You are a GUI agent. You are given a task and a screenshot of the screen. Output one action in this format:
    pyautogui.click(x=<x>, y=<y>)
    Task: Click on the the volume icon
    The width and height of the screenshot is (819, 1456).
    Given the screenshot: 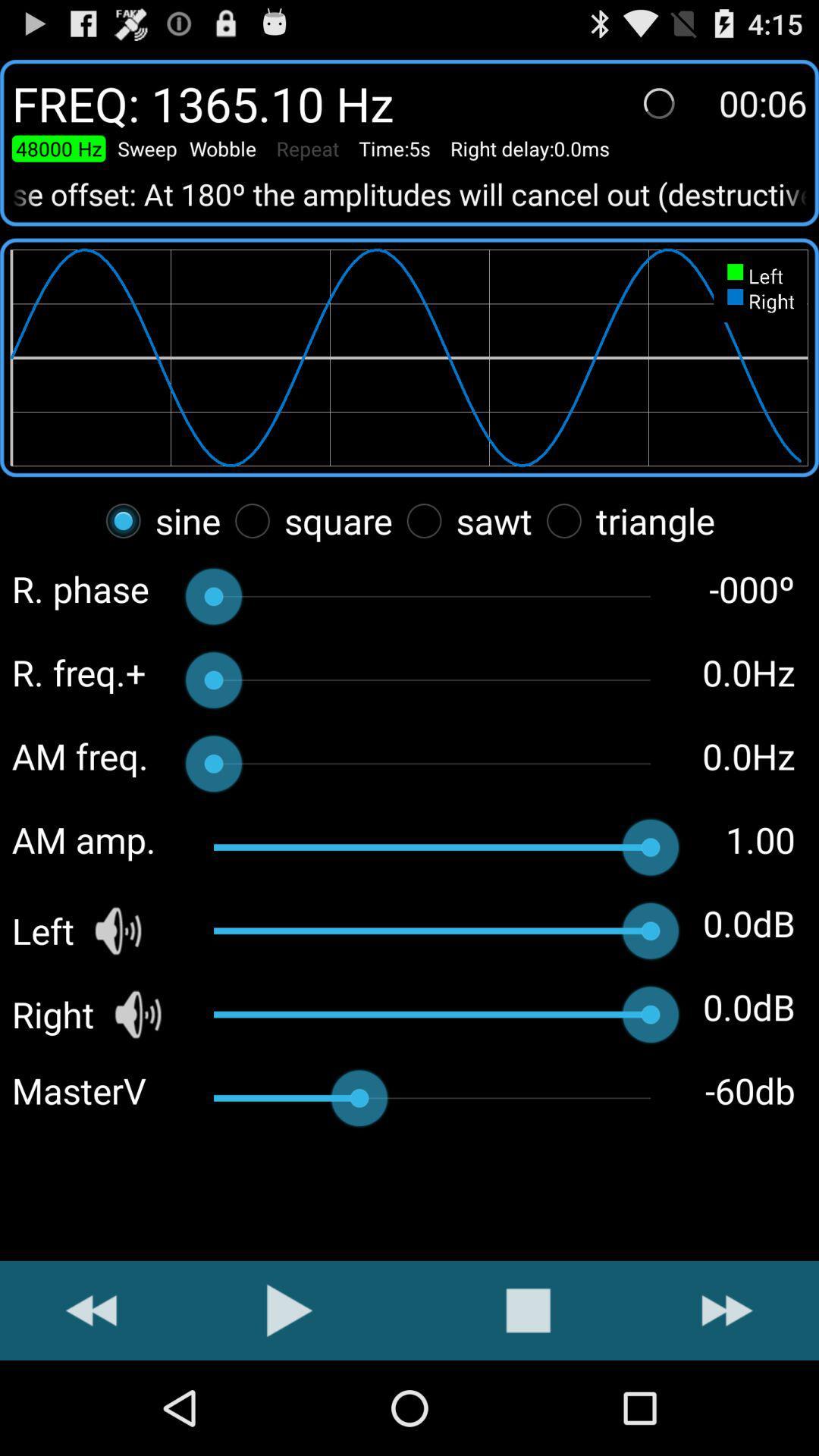 What is the action you would take?
    pyautogui.click(x=138, y=1084)
    